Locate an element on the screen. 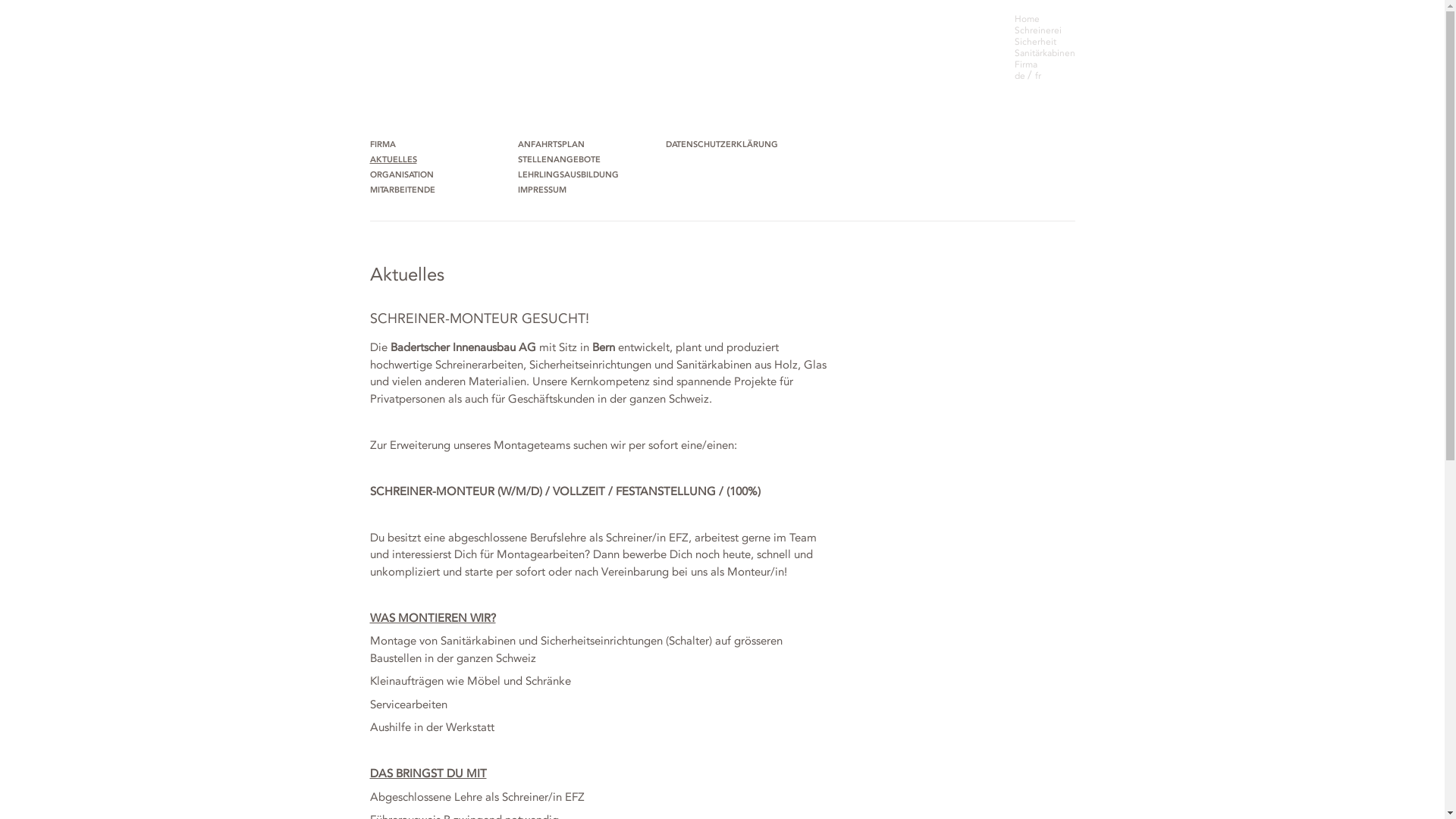 The width and height of the screenshot is (1456, 819). 'Home' is located at coordinates (1027, 18).